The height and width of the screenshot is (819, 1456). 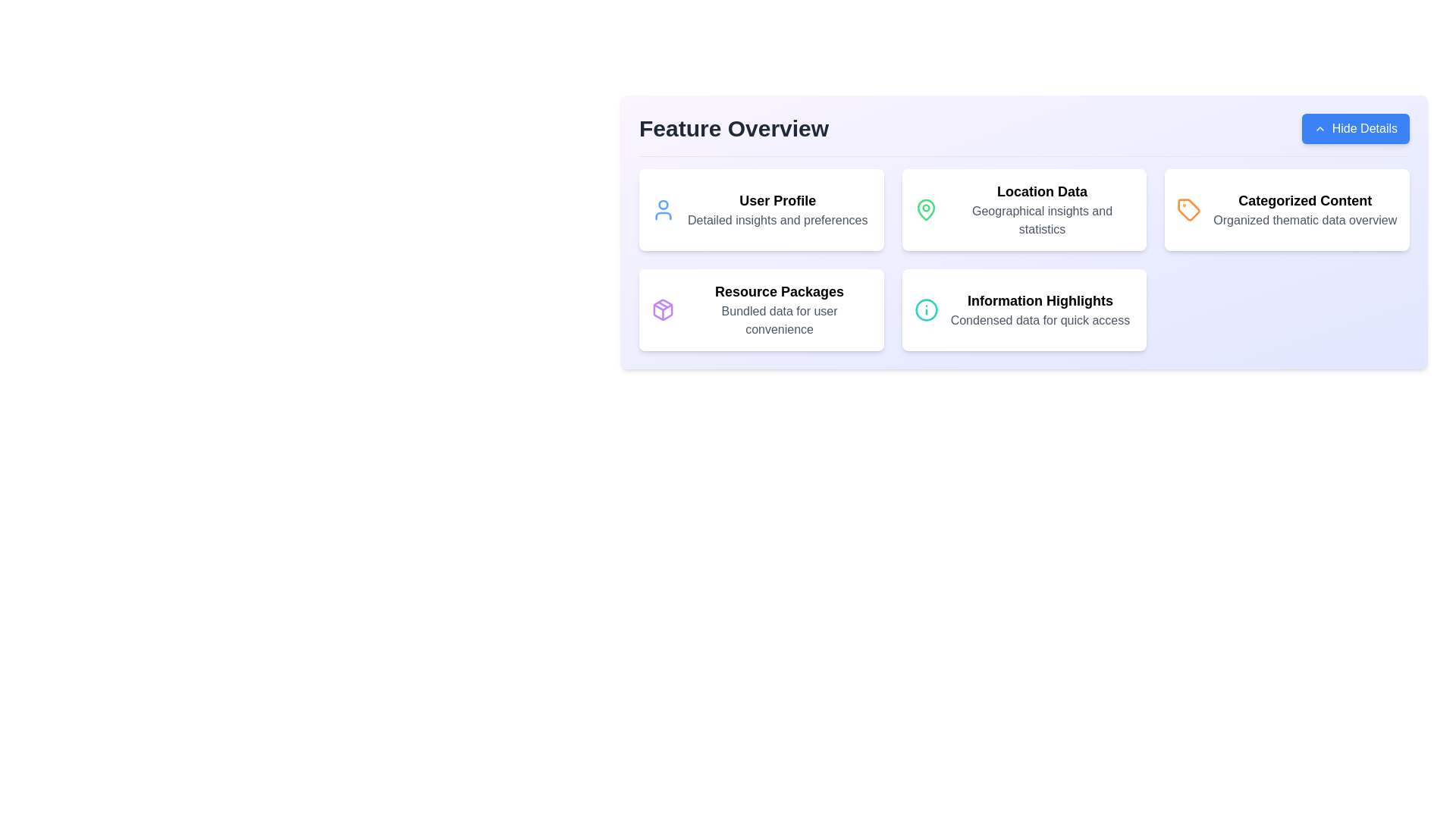 I want to click on information displayed in the 'Location Data' text block, which includes the header 'Location Data' in bold and the subheading 'Geographical insights and statistics' in gray font, located in the Feature Overview section of the UI, so click(x=1041, y=210).